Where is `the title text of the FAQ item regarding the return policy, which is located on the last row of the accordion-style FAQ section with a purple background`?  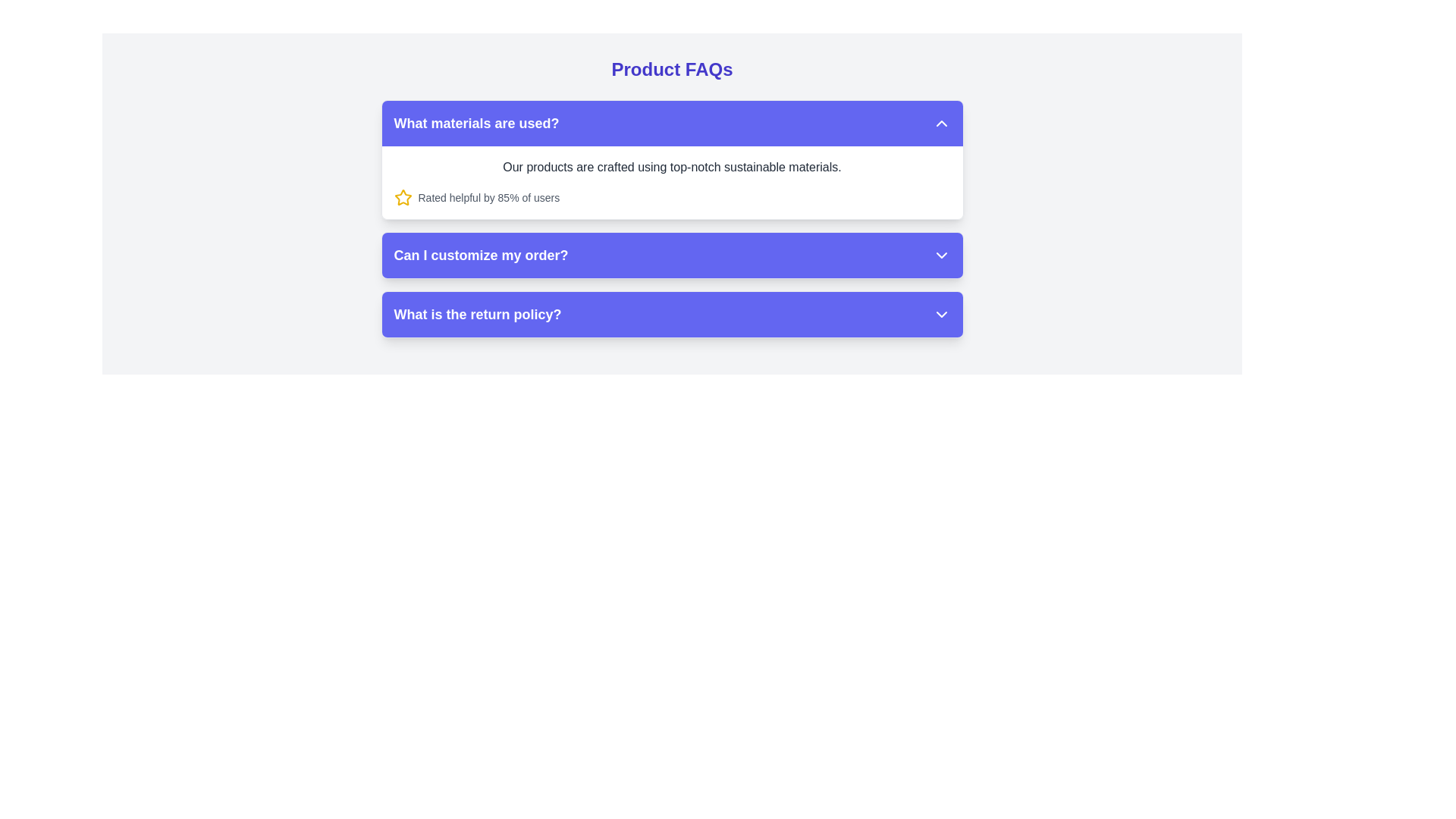
the title text of the FAQ item regarding the return policy, which is located on the last row of the accordion-style FAQ section with a purple background is located at coordinates (476, 314).